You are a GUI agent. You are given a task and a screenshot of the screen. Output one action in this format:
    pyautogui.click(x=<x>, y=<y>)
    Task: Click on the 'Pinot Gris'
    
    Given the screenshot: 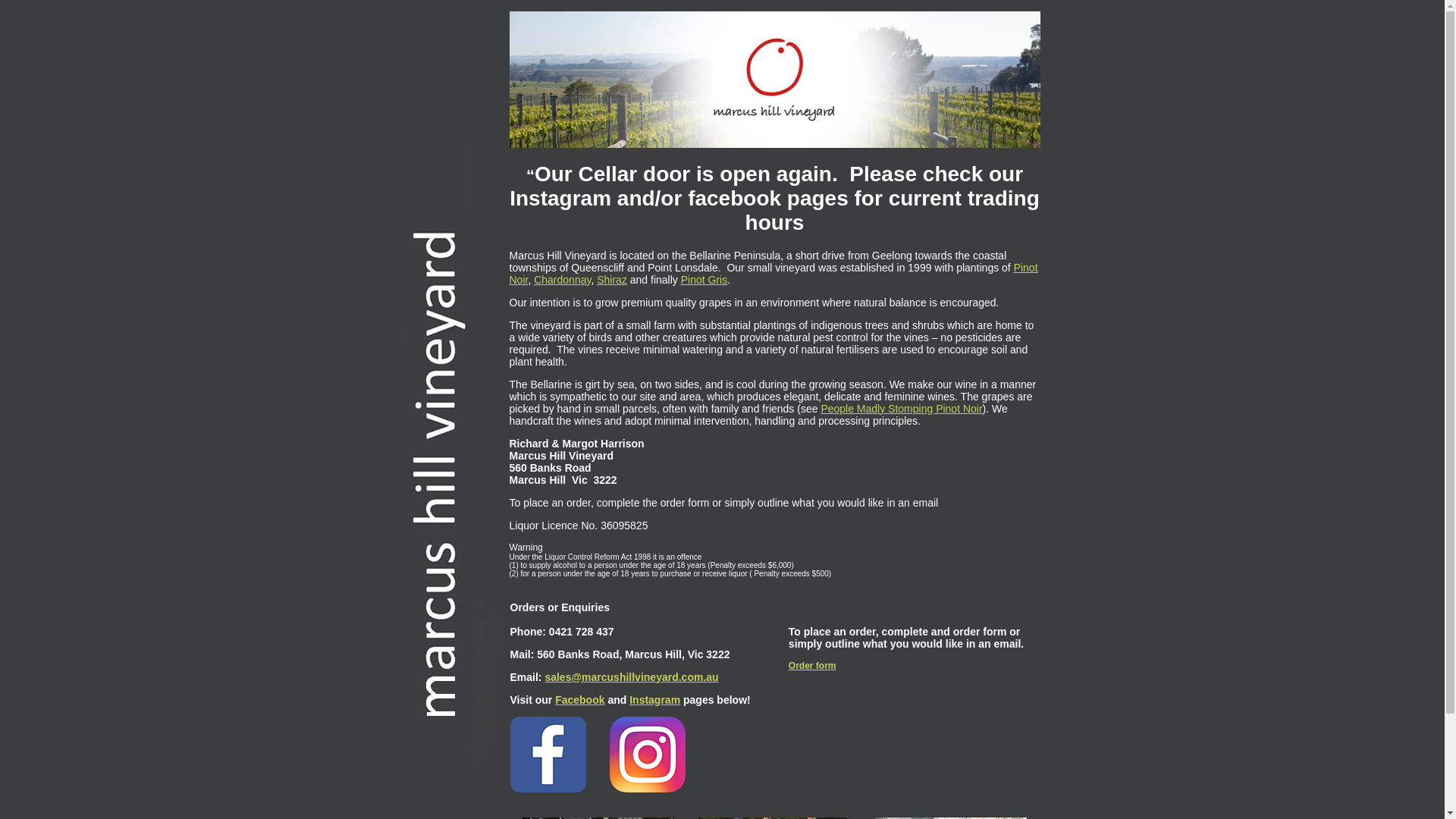 What is the action you would take?
    pyautogui.click(x=703, y=278)
    